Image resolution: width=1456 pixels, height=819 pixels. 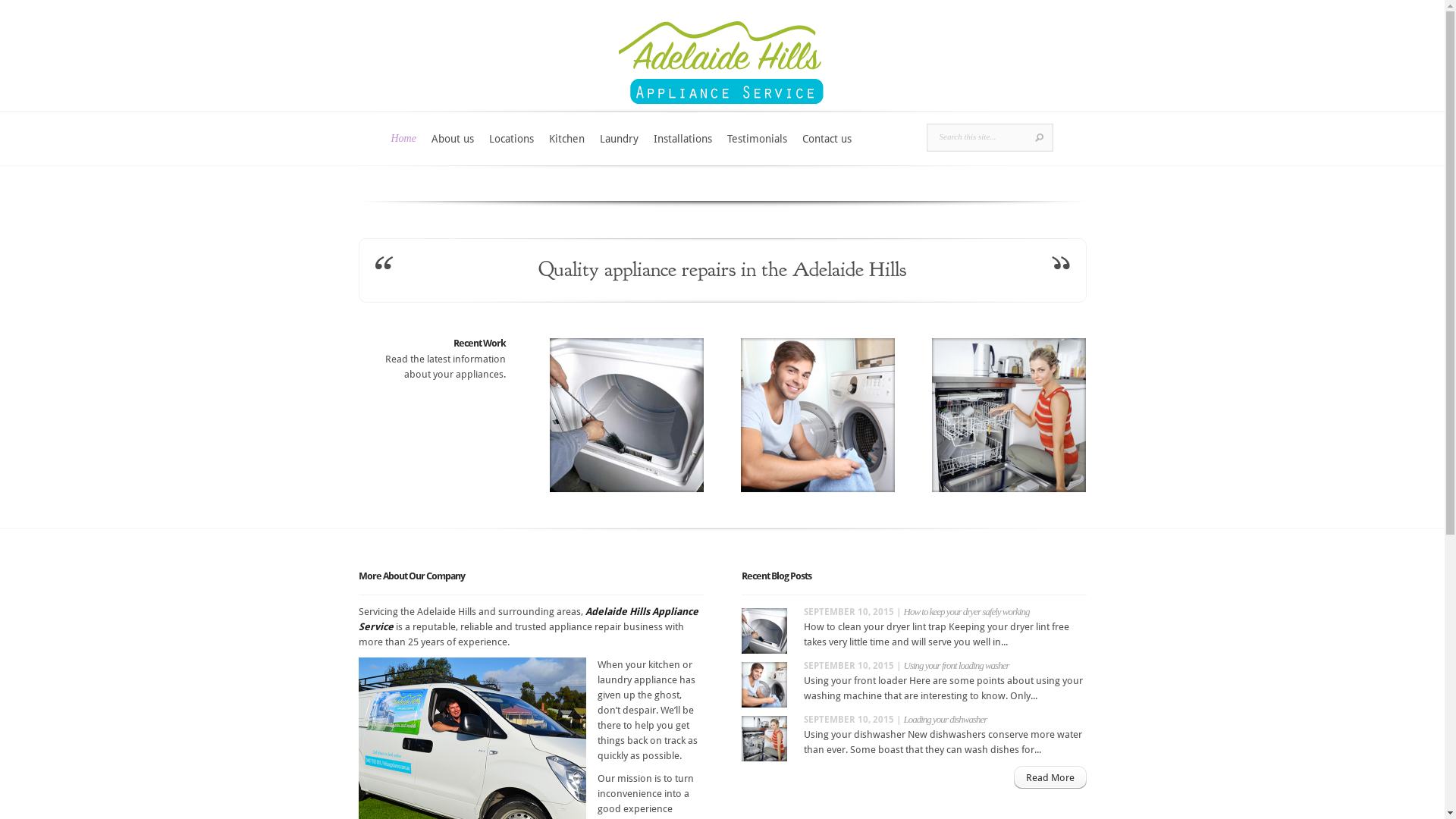 I want to click on 'Contact us', so click(x=826, y=148).